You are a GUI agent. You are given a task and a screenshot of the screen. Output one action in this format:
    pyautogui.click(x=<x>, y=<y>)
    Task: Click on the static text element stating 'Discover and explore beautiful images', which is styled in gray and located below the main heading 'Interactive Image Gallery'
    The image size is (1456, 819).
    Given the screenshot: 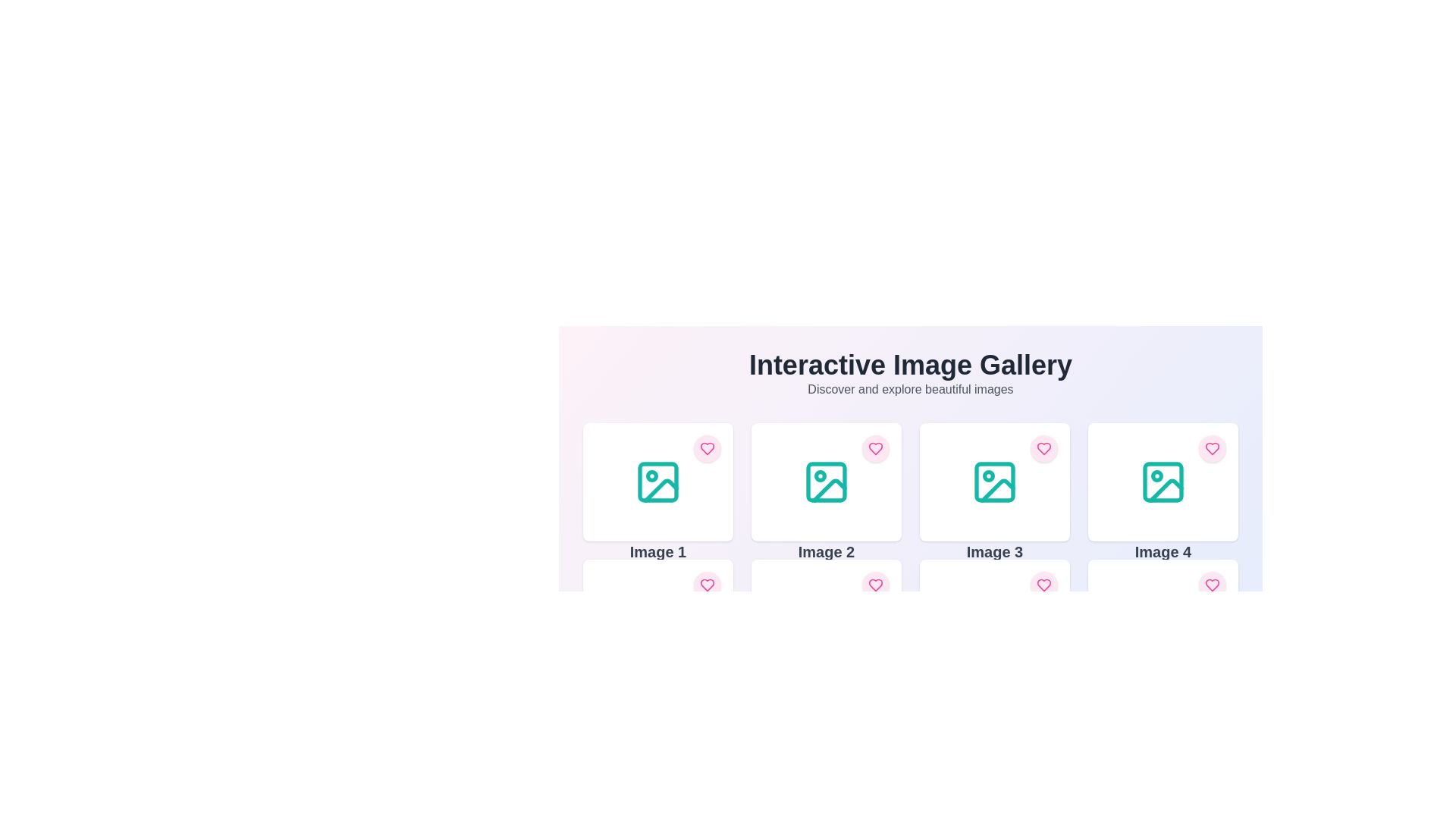 What is the action you would take?
    pyautogui.click(x=910, y=388)
    